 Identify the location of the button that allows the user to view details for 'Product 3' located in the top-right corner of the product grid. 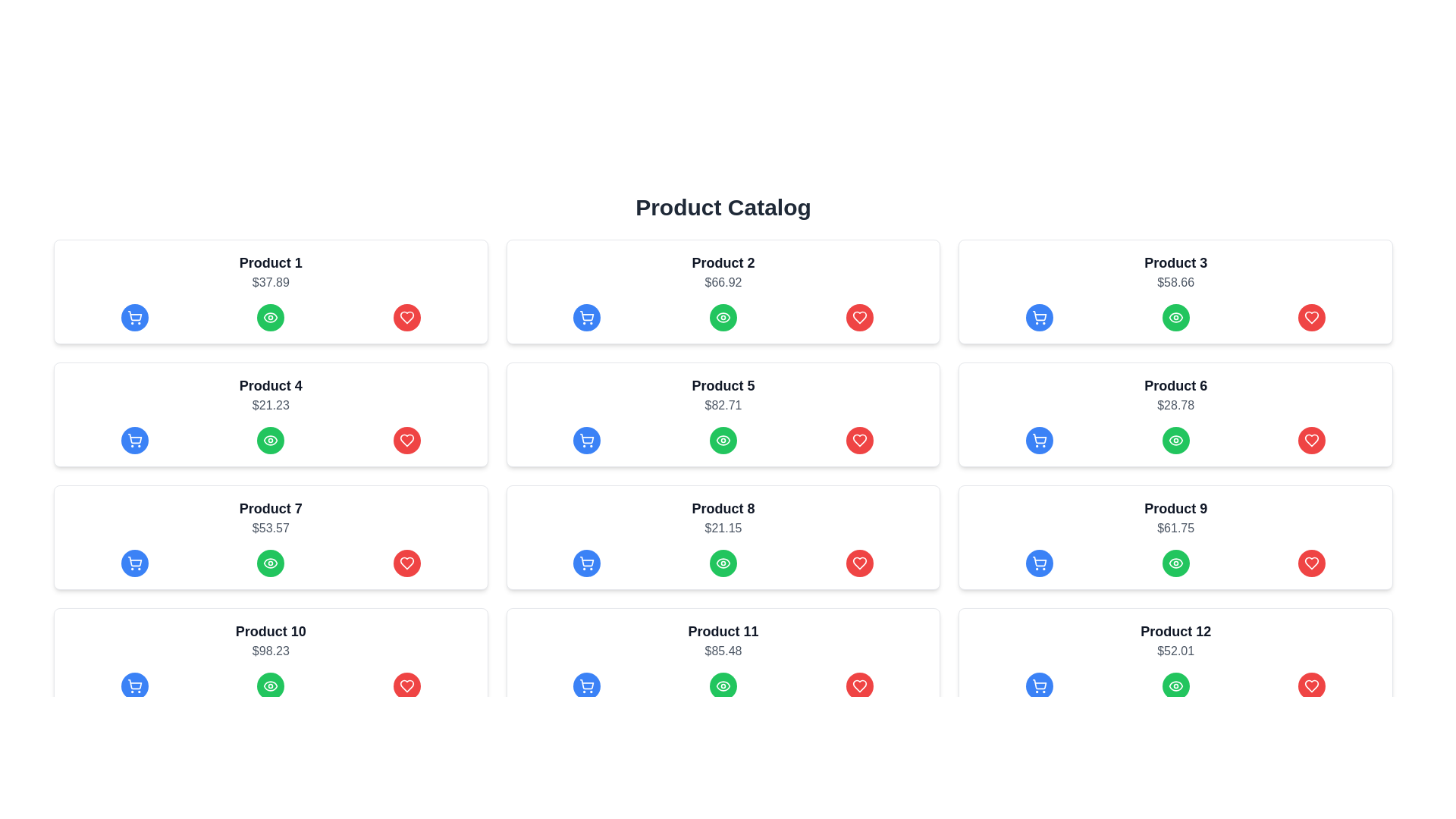
(1175, 317).